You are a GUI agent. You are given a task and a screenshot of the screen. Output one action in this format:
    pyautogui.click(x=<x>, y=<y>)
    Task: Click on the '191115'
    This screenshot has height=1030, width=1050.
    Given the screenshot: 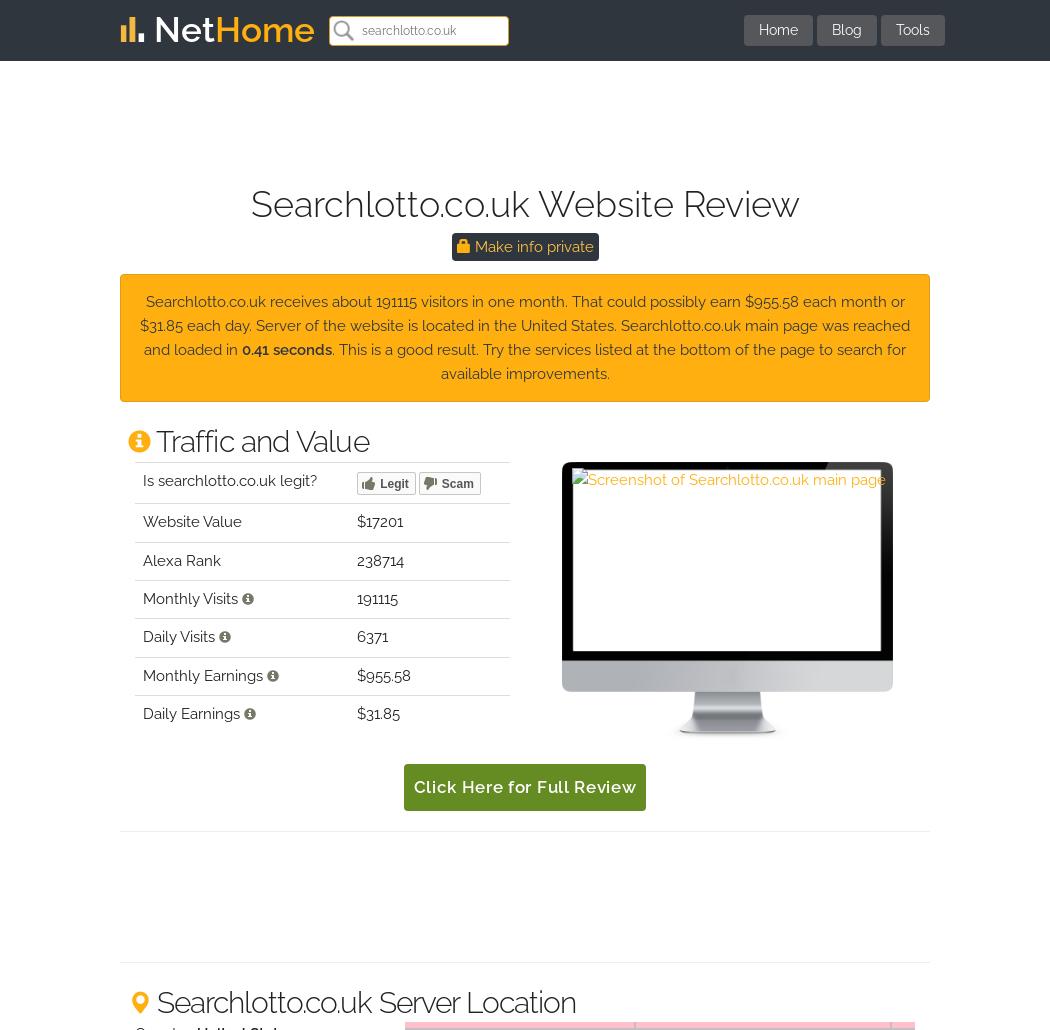 What is the action you would take?
    pyautogui.click(x=377, y=598)
    